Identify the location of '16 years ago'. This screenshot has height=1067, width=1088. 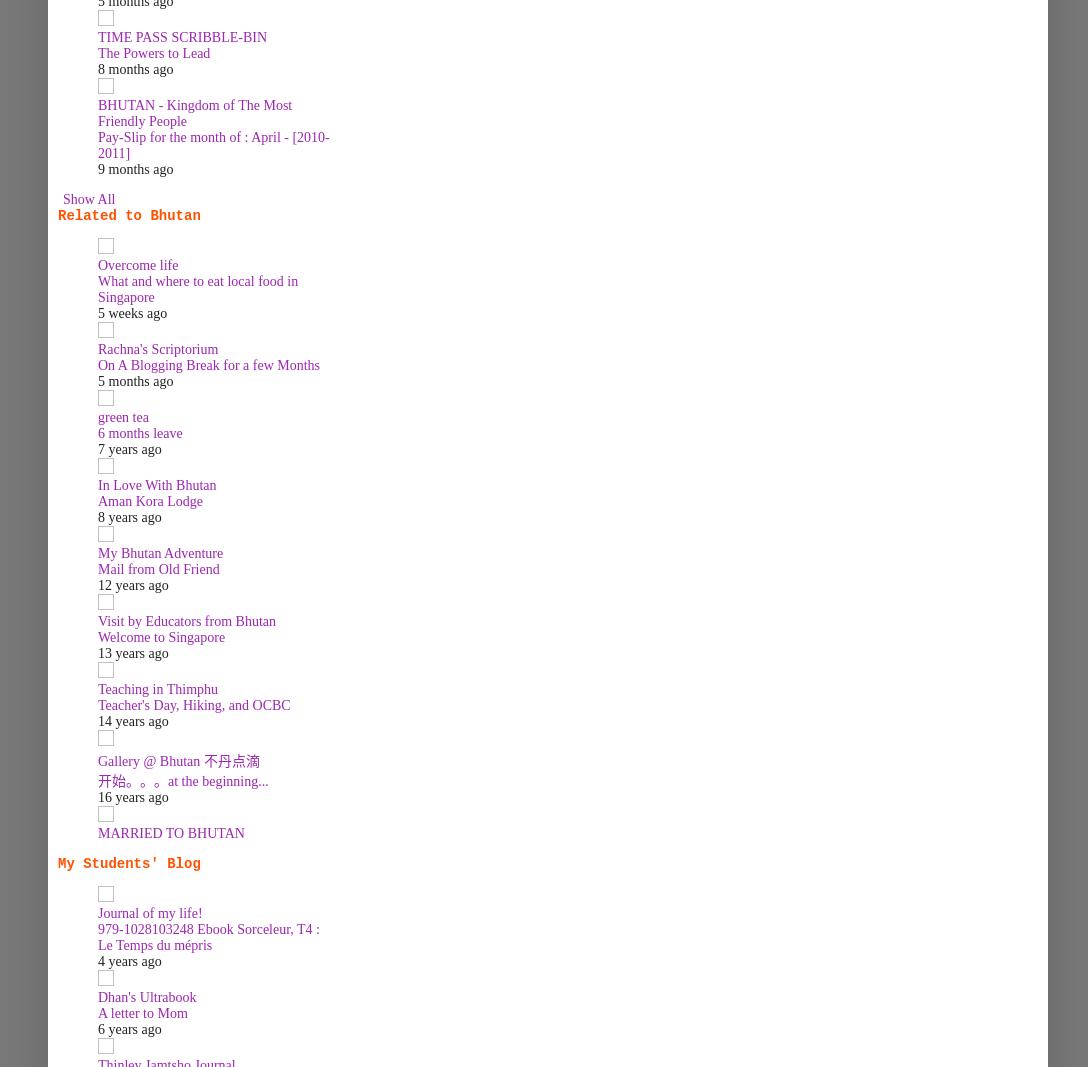
(98, 796).